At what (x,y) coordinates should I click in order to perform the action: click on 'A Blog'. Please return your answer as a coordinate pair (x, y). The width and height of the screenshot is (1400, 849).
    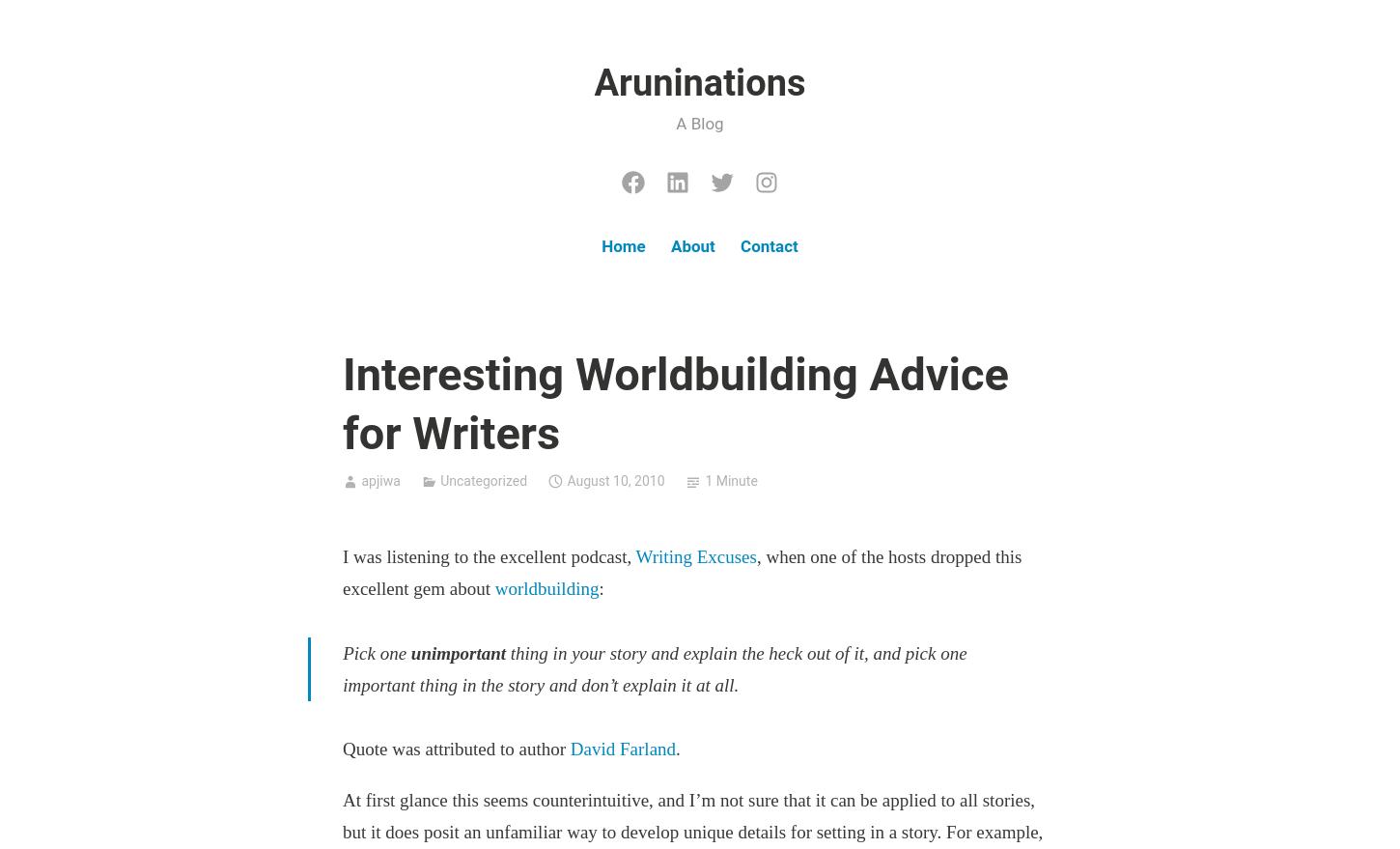
    Looking at the image, I should click on (698, 123).